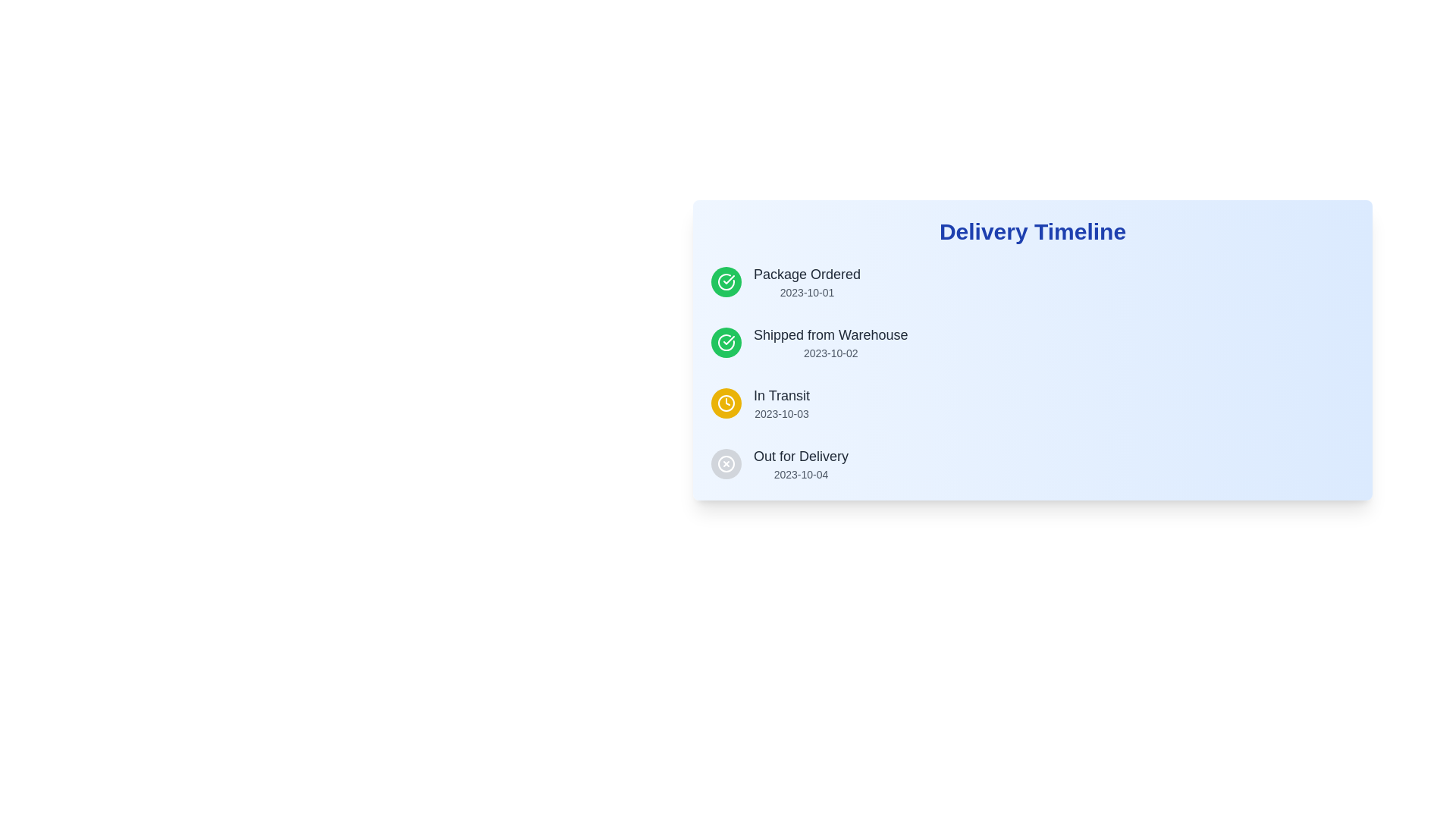 The width and height of the screenshot is (1456, 819). I want to click on information displayed in the text block labeled 'Shipped from Warehouse' which includes the date '2023-10-02', so click(830, 342).